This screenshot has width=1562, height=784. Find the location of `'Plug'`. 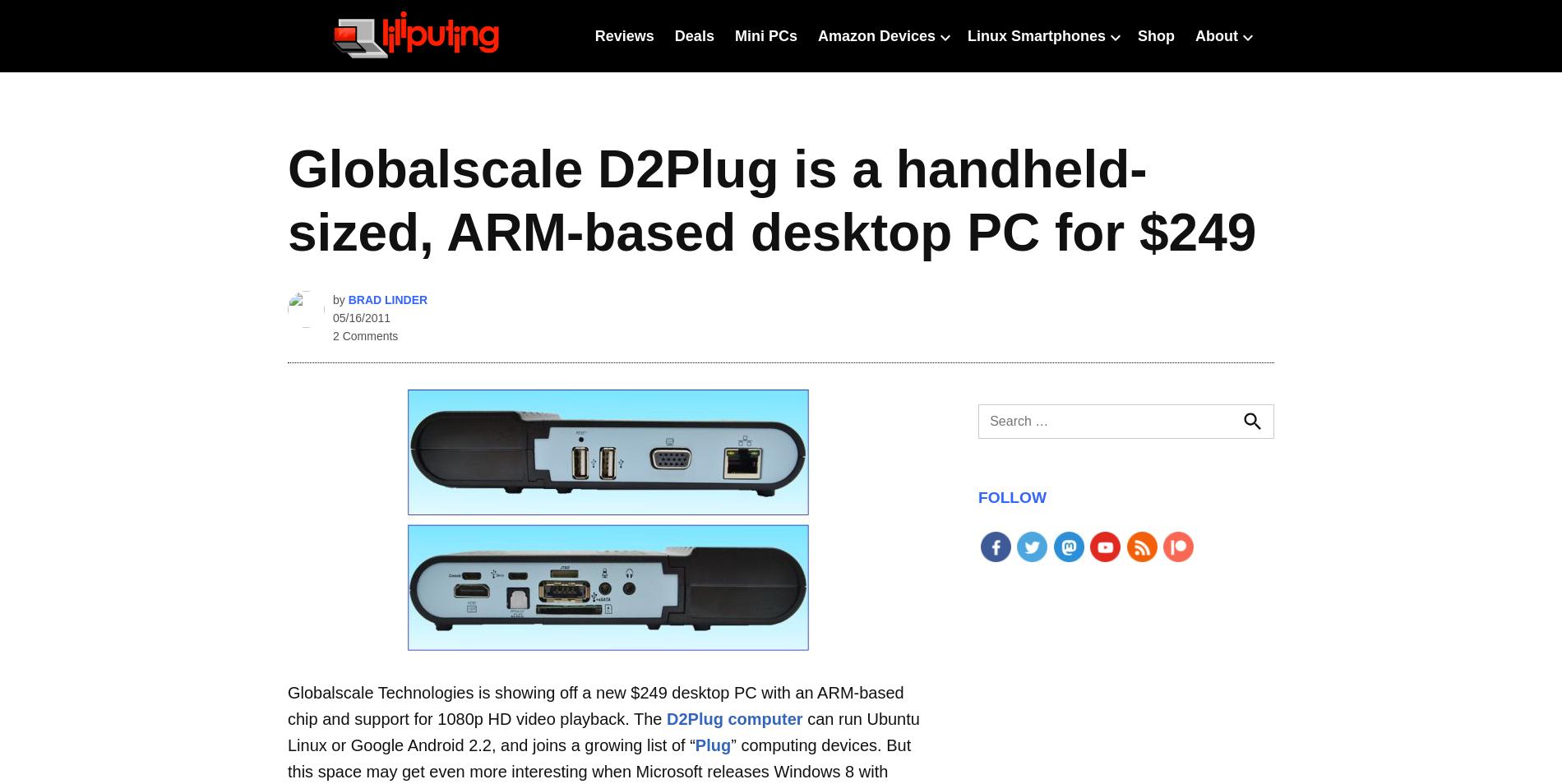

'Plug' is located at coordinates (711, 745).